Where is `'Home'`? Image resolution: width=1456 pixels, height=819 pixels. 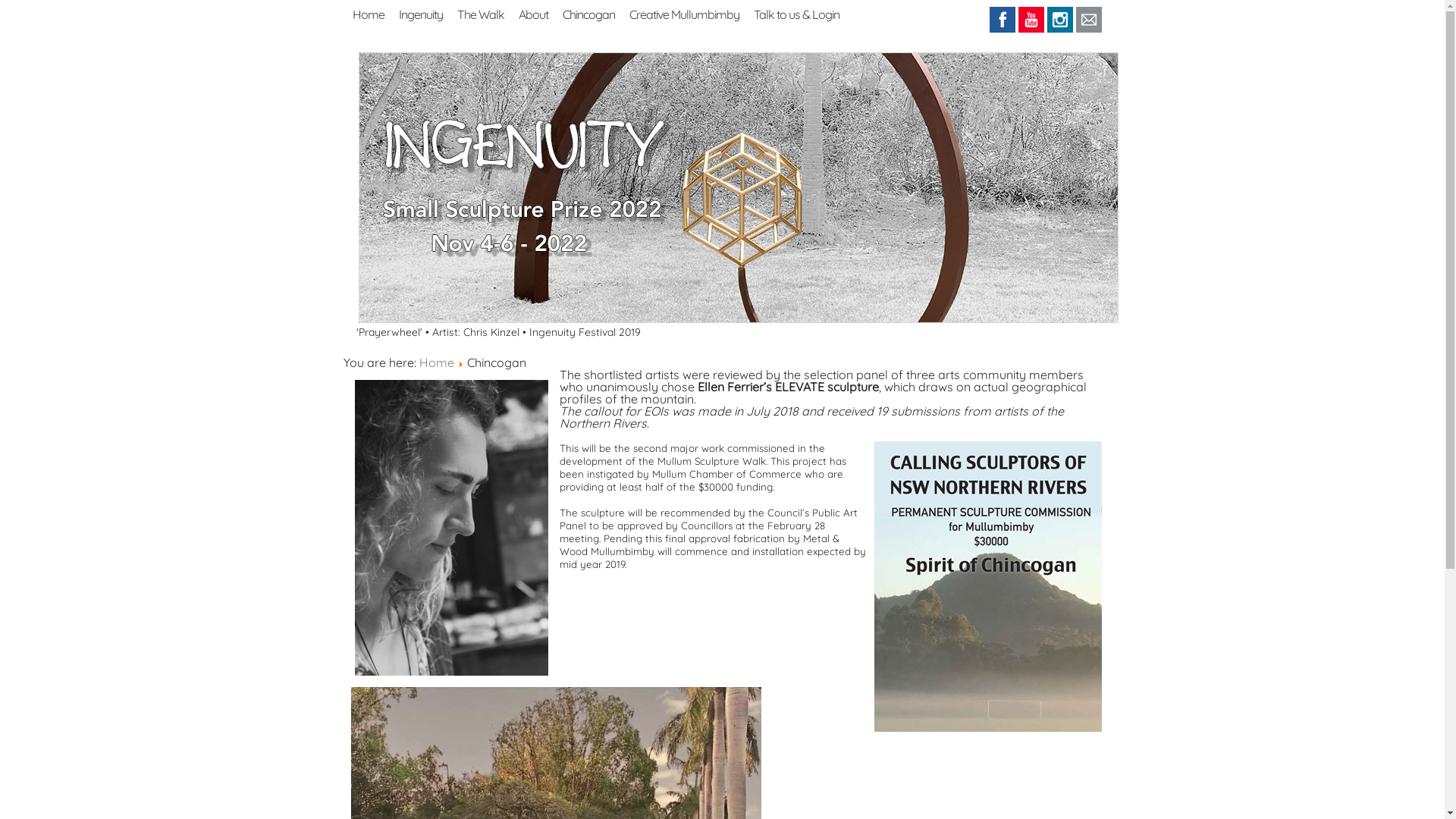 'Home' is located at coordinates (419, 362).